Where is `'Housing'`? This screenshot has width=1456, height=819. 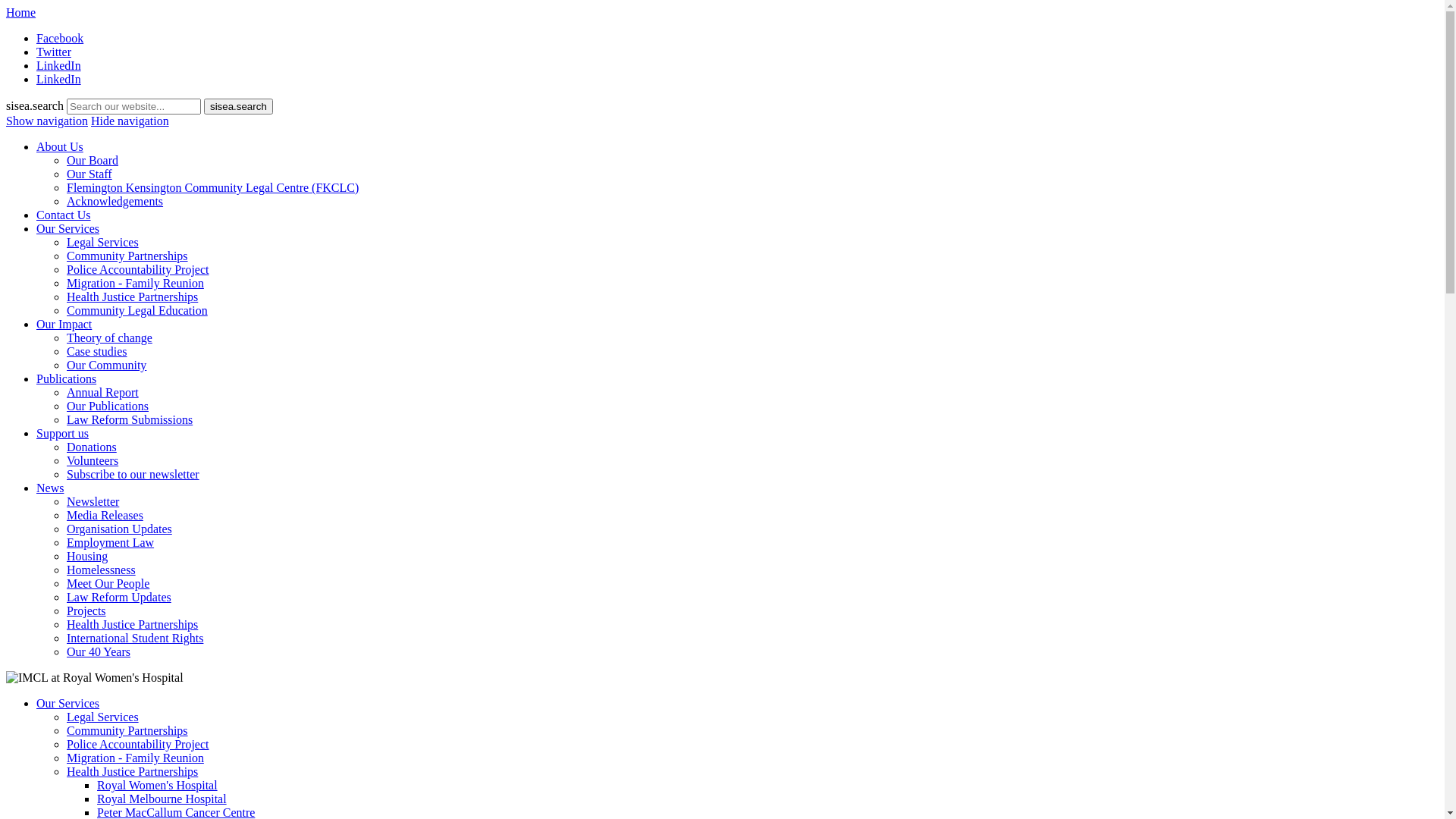
'Housing' is located at coordinates (86, 556).